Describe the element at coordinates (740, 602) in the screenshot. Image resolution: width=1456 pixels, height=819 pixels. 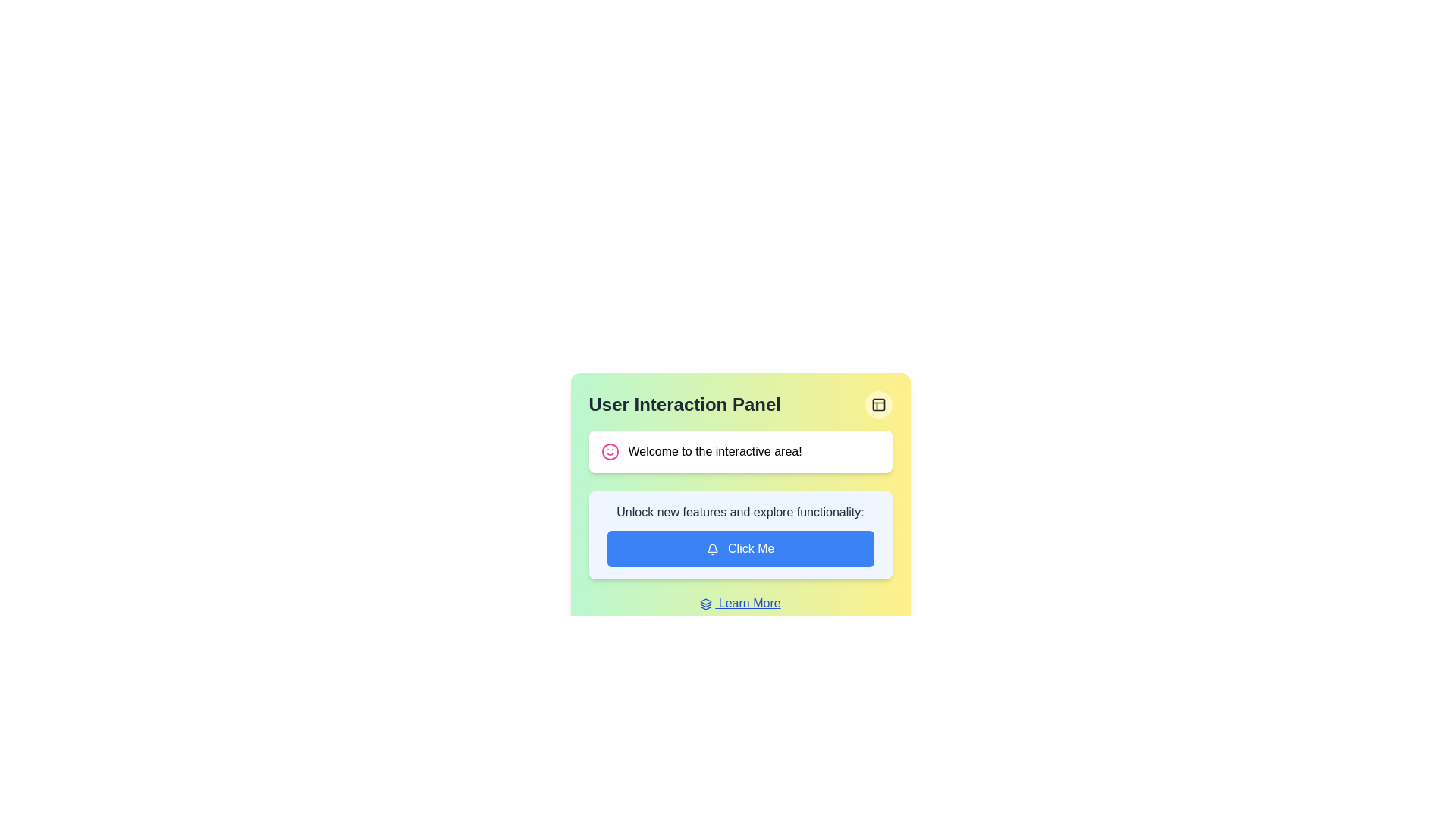
I see `the 'Learn More' link with blue text and an underline, located at the bottom center of the panel beneath the 'Click Me' button` at that location.